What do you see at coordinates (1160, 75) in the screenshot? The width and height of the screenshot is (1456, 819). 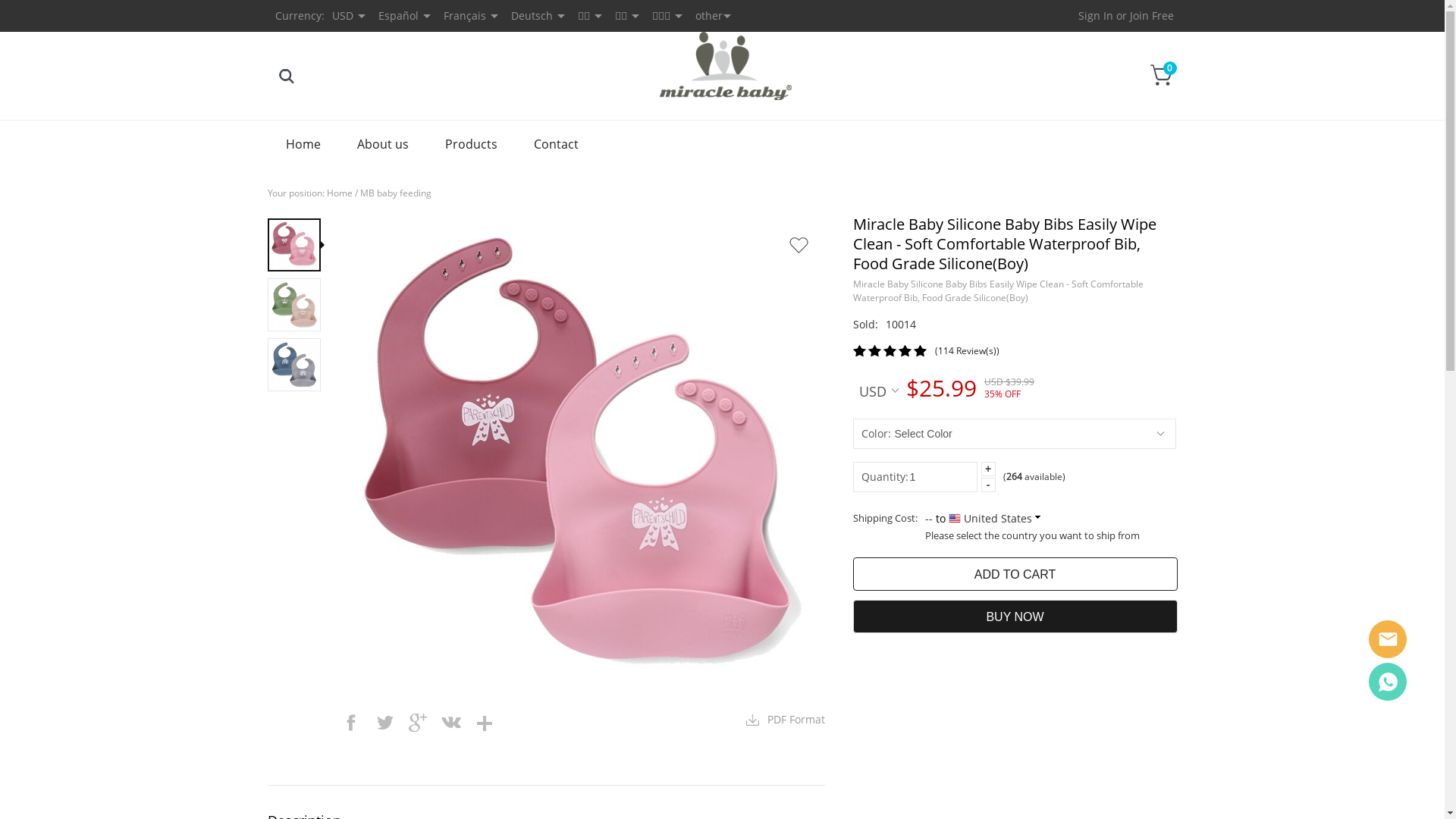 I see `'0'` at bounding box center [1160, 75].